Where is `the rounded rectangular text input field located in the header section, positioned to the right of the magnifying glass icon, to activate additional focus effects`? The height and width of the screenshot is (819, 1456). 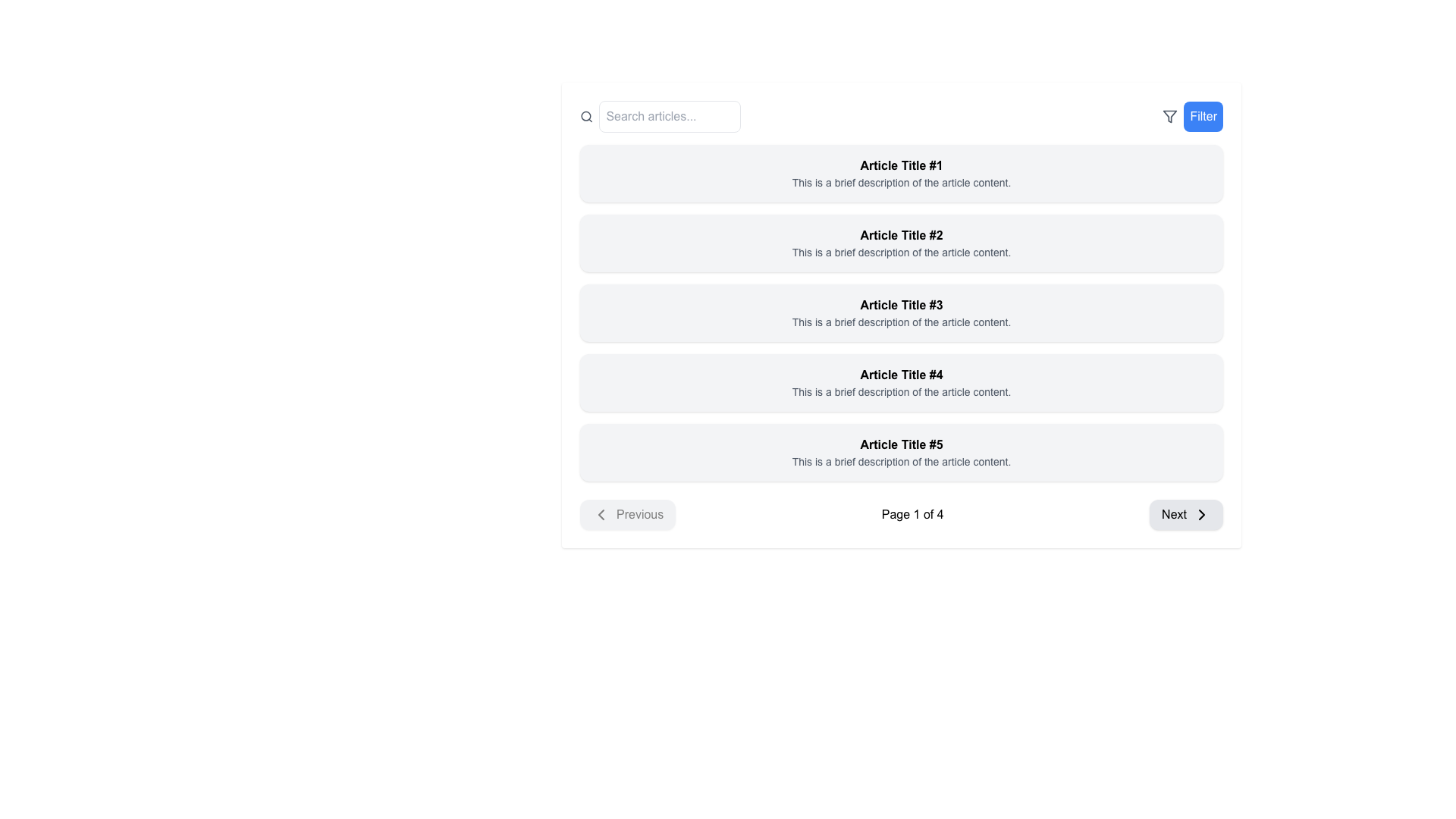 the rounded rectangular text input field located in the header section, positioned to the right of the magnifying glass icon, to activate additional focus effects is located at coordinates (669, 116).